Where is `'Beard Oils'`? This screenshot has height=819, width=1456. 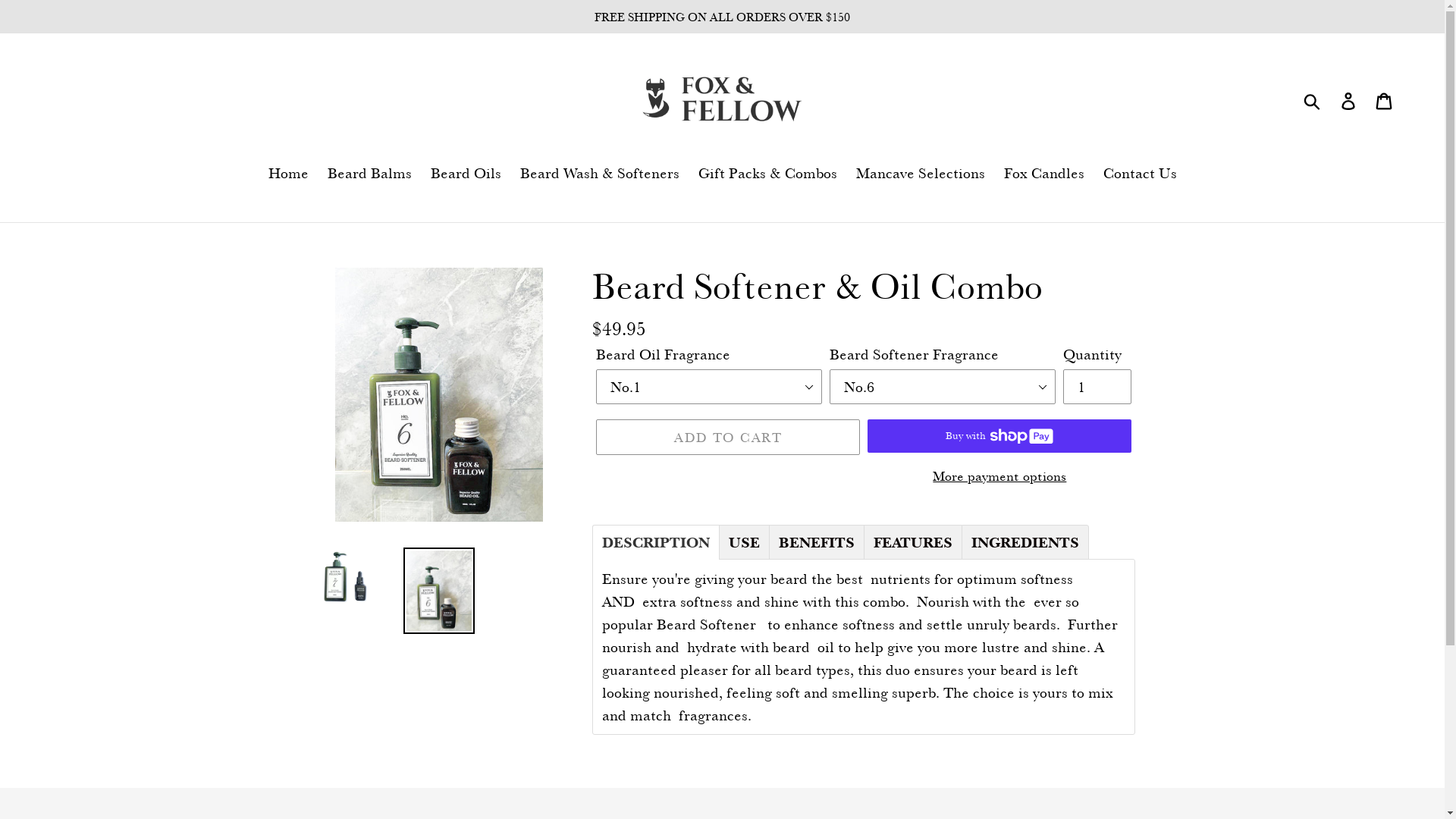 'Beard Oils' is located at coordinates (422, 173).